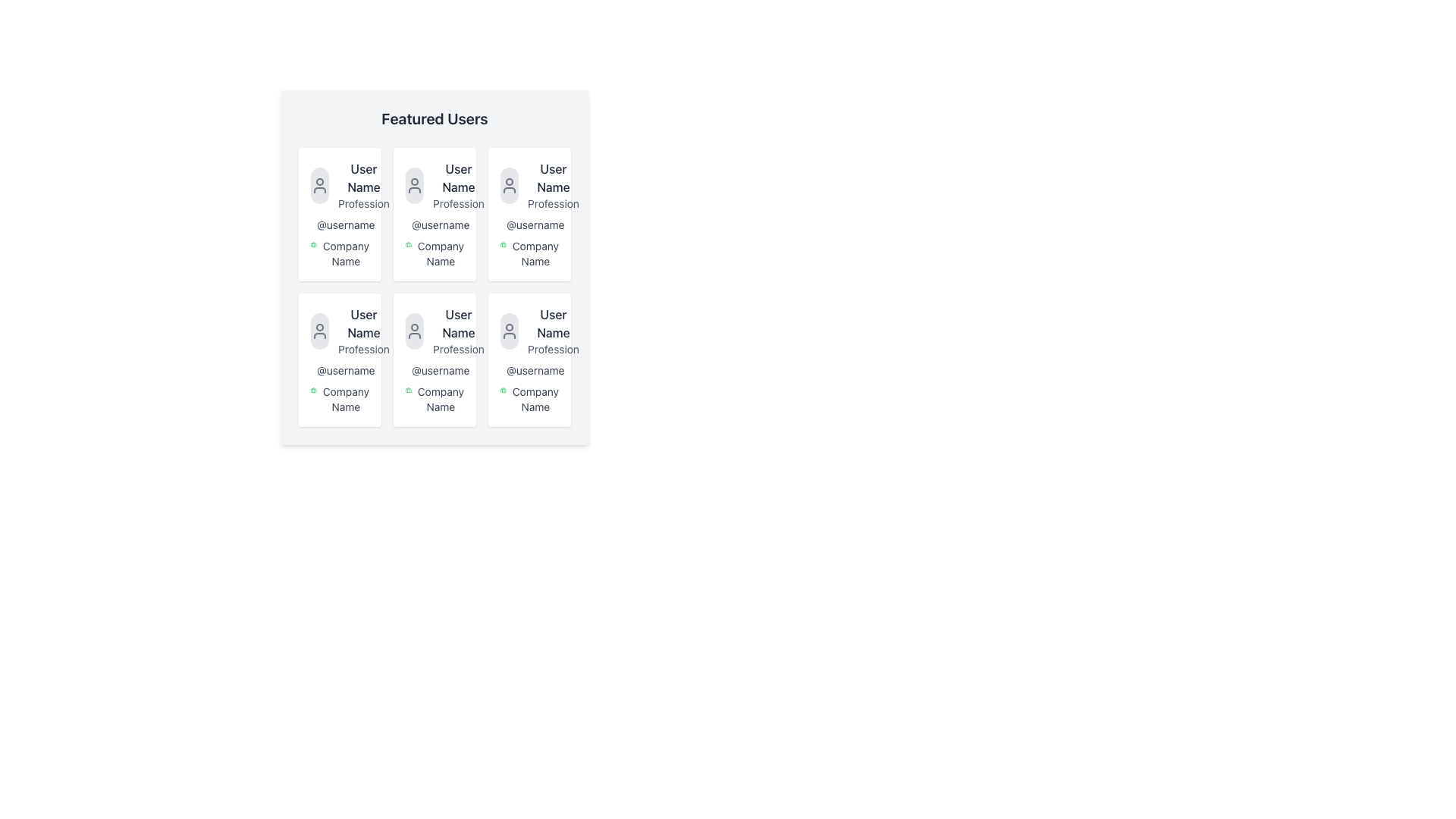 The height and width of the screenshot is (819, 1456). What do you see at coordinates (345, 399) in the screenshot?
I see `the static text displaying the company name located at the bottom-left corner of the 'Featured Users' grid interface, beneath the username text and icon details` at bounding box center [345, 399].